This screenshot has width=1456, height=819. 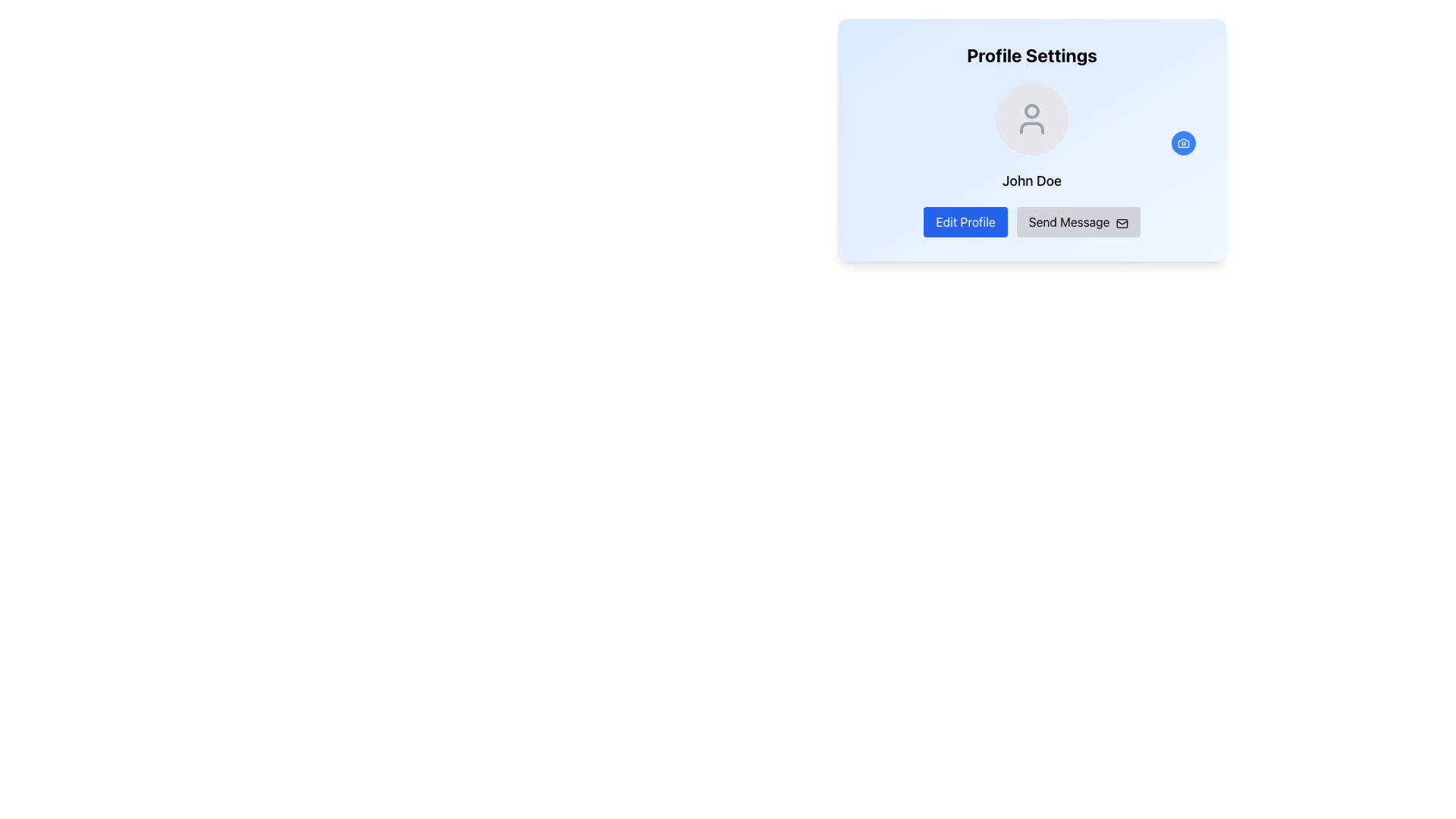 What do you see at coordinates (1182, 143) in the screenshot?
I see `the blue circular button that contains the camera icon located at the bottom-right of the profile settings card` at bounding box center [1182, 143].